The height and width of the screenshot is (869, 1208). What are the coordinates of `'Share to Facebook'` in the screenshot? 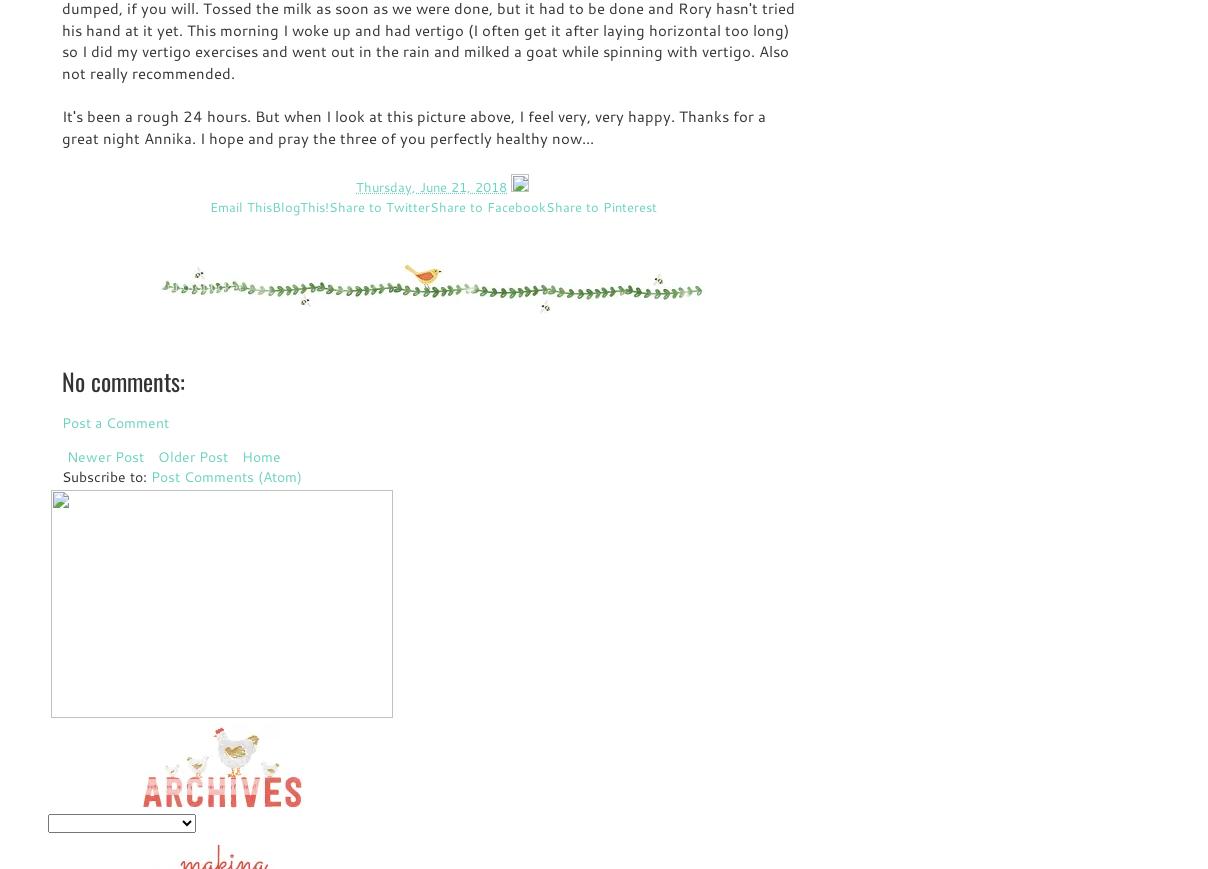 It's located at (486, 205).